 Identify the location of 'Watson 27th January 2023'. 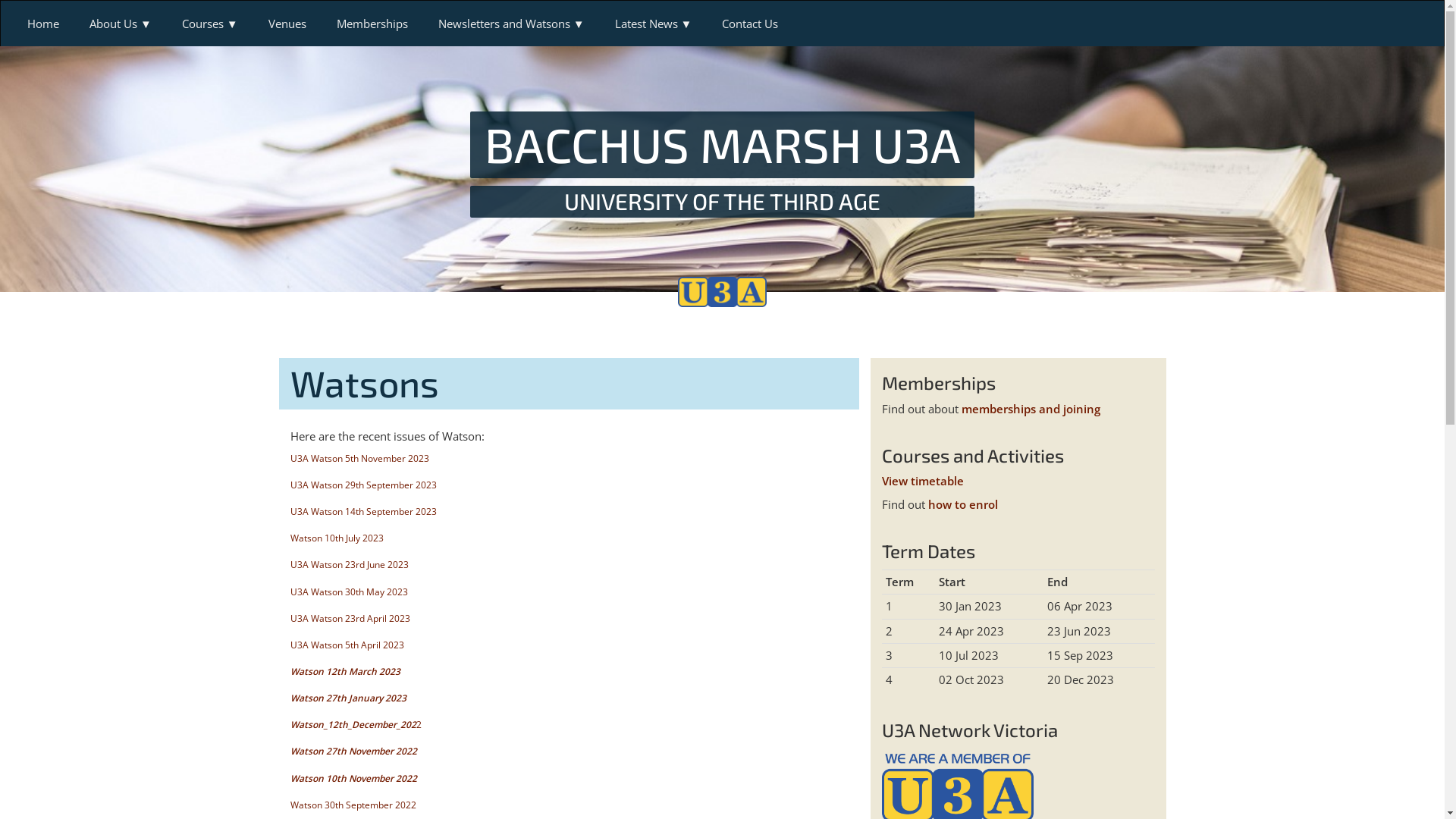
(347, 698).